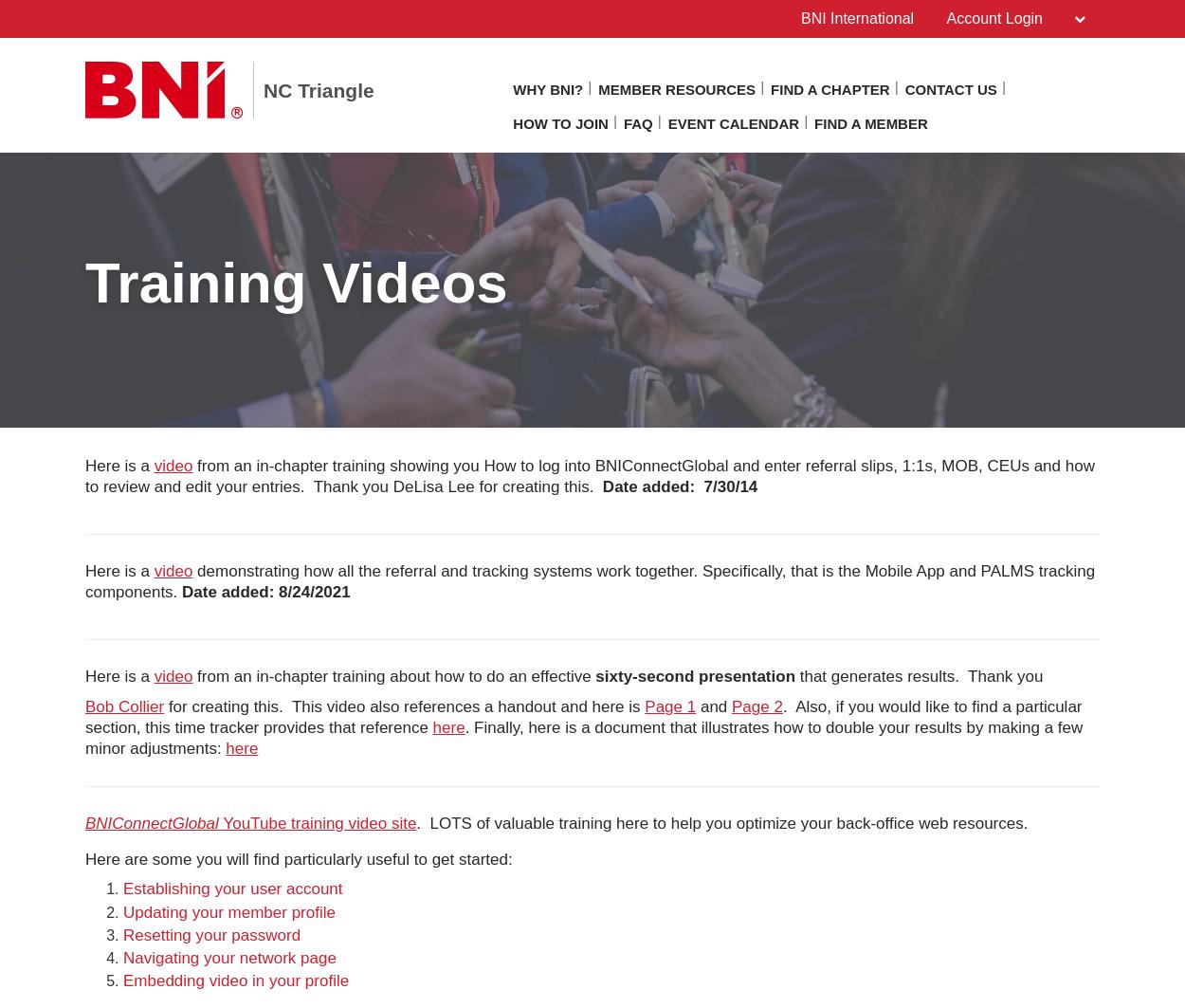  Describe the element at coordinates (669, 706) in the screenshot. I see `'Page 1'` at that location.